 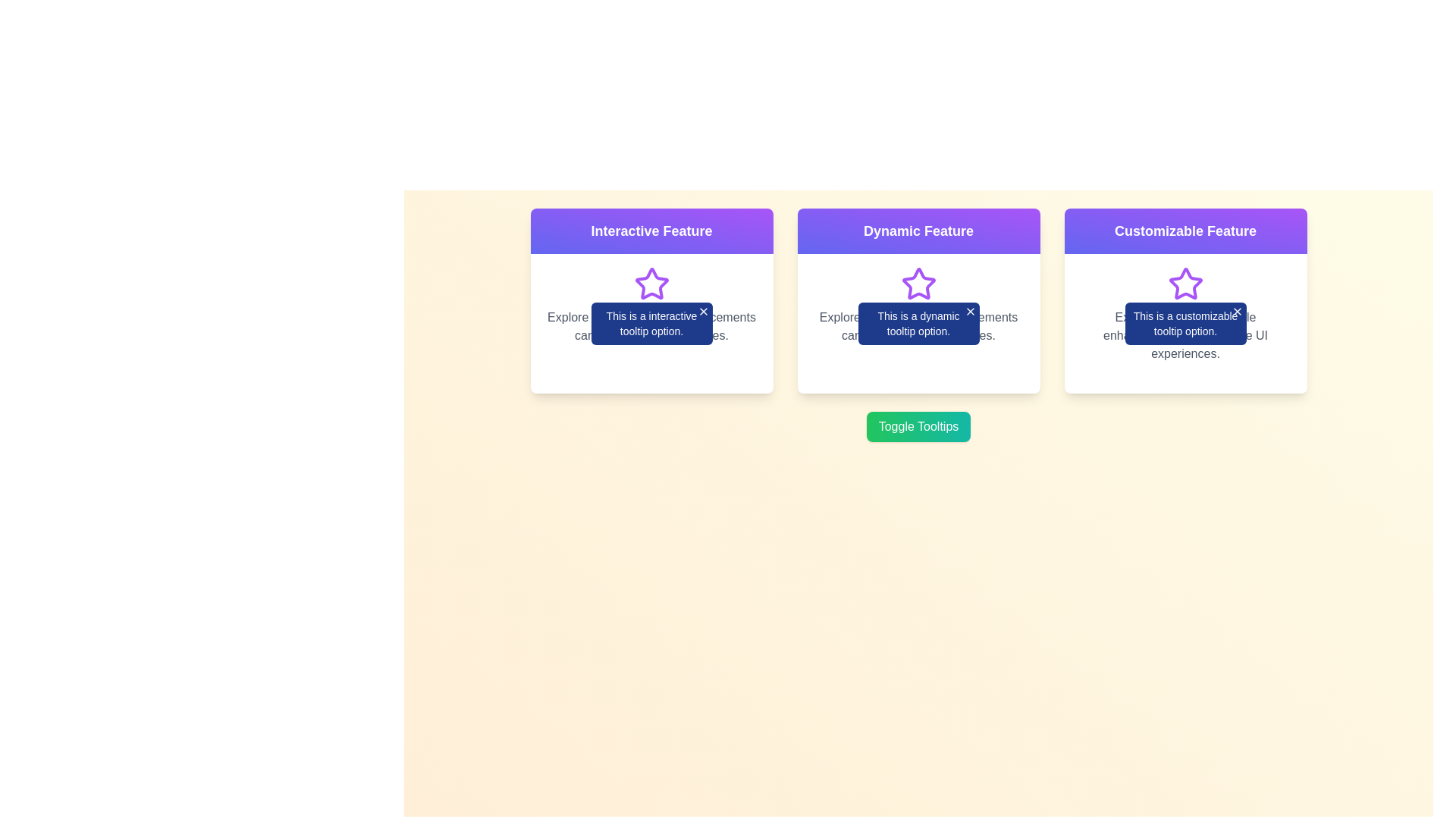 What do you see at coordinates (918, 323) in the screenshot?
I see `the 'X' icon on the tooltip with dark blue background and white text reading 'This is a dynamic tooltip option.'` at bounding box center [918, 323].